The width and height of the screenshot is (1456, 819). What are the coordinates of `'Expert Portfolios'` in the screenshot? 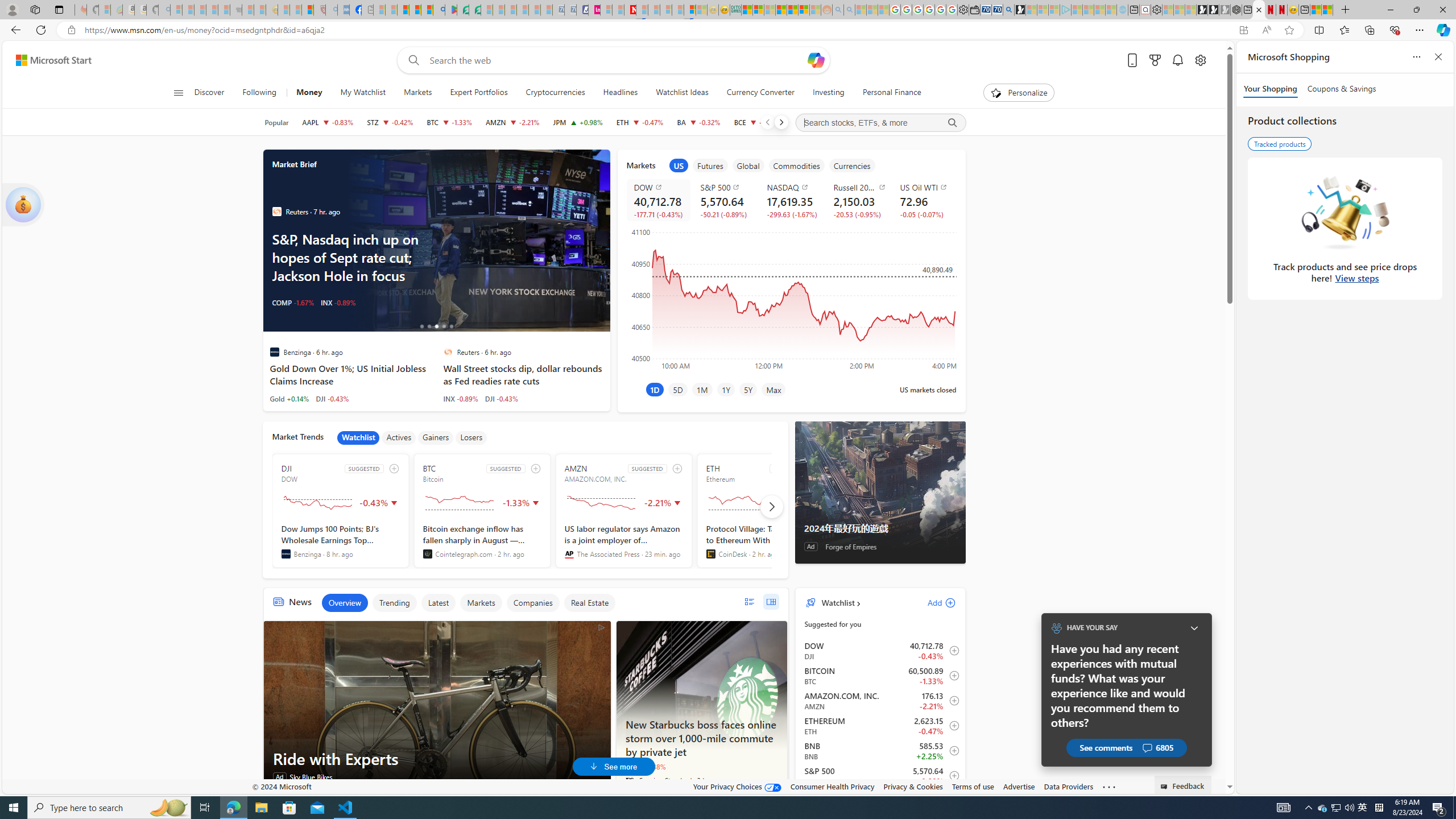 It's located at (478, 92).